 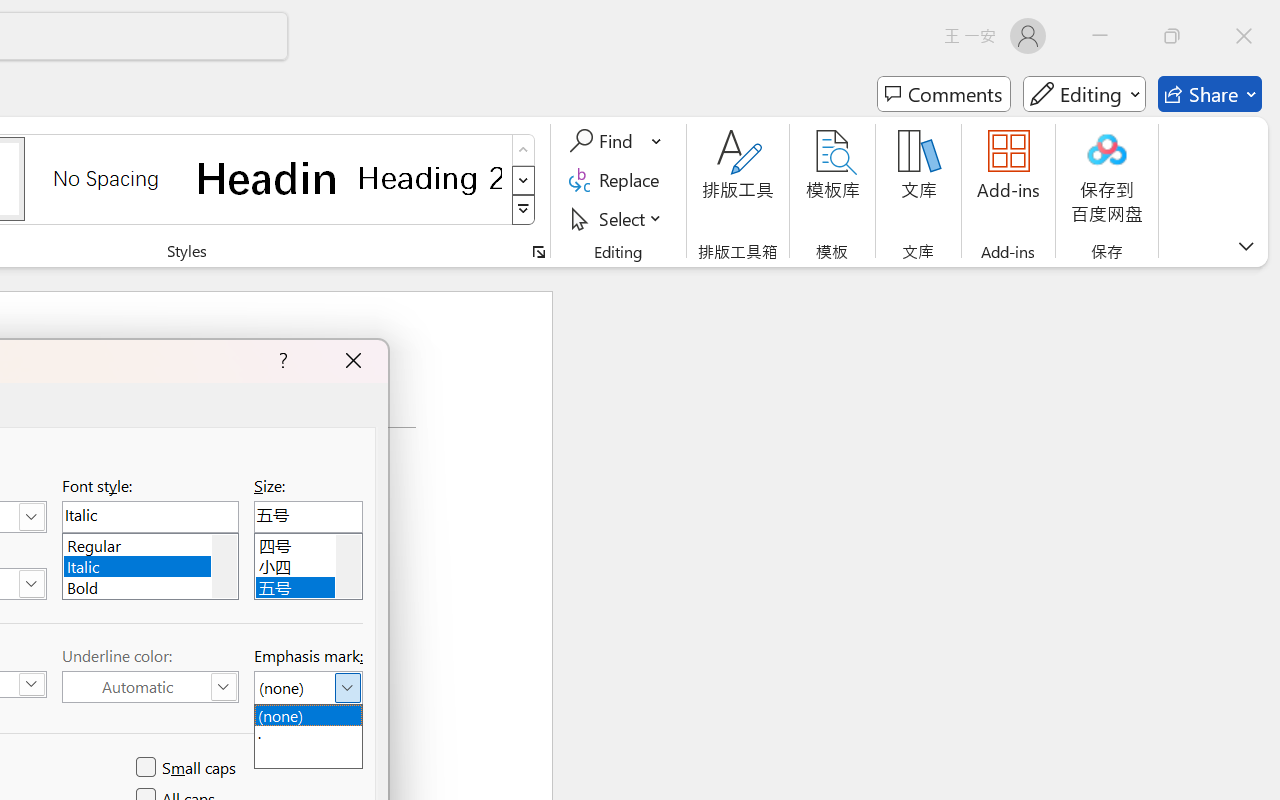 I want to click on 'Heading 2', so click(x=429, y=177).